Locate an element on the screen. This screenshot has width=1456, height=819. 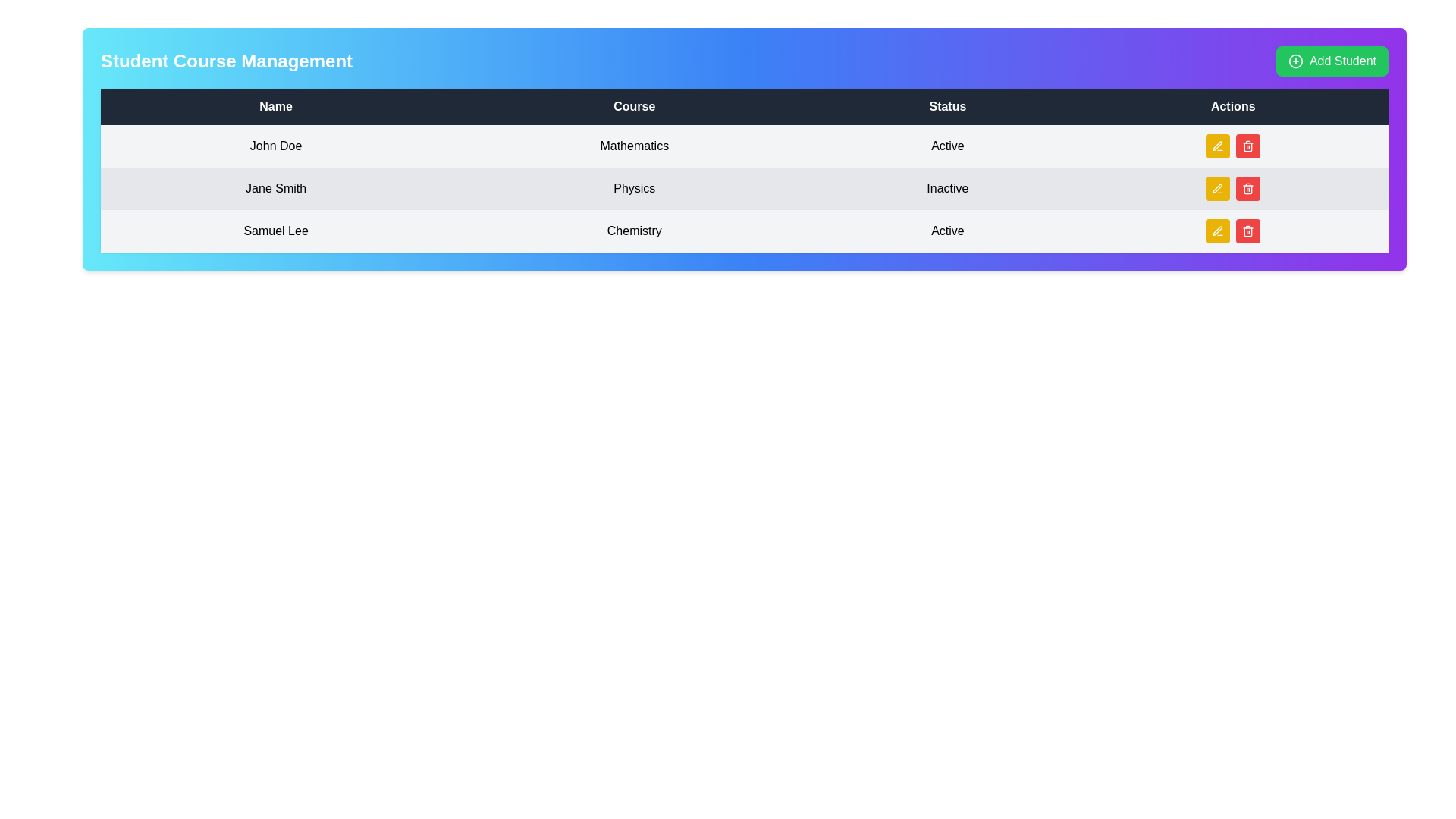
the Table Header Cell that labels the 'Status' column in the data table, located between the 'Course' and 'Actions' headers is located at coordinates (946, 106).